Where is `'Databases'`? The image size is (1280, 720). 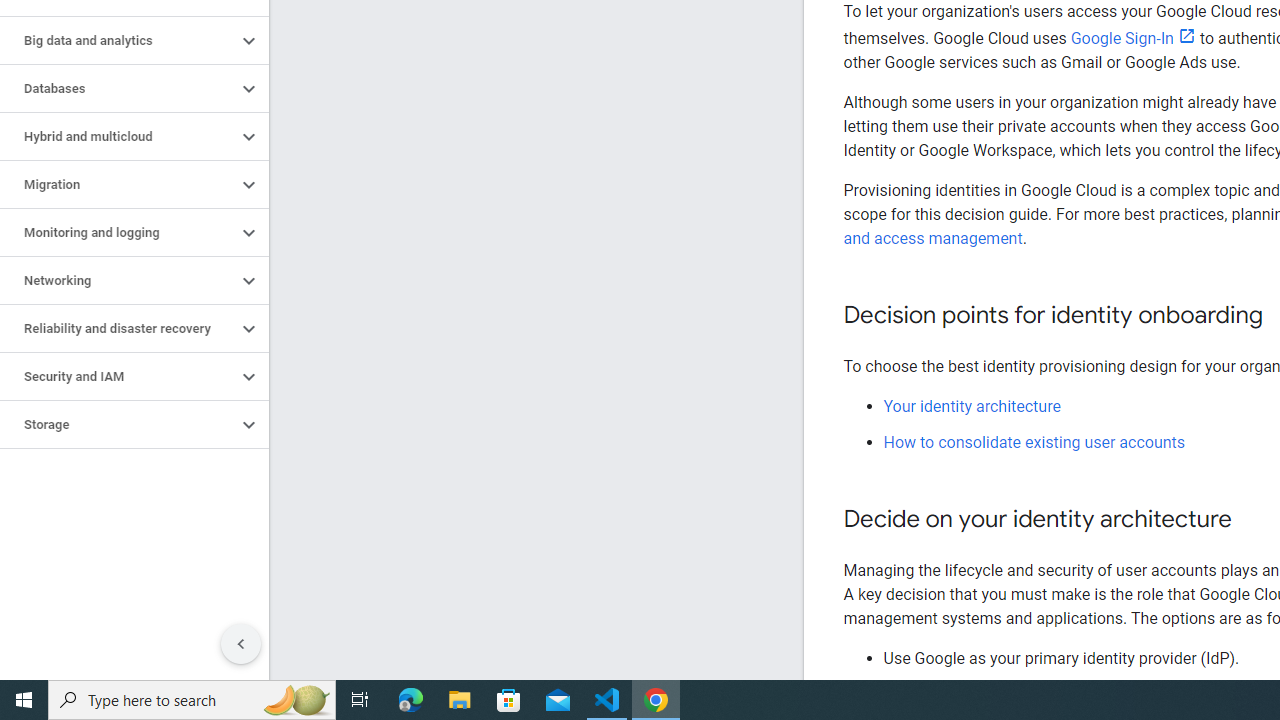 'Databases' is located at coordinates (117, 87).